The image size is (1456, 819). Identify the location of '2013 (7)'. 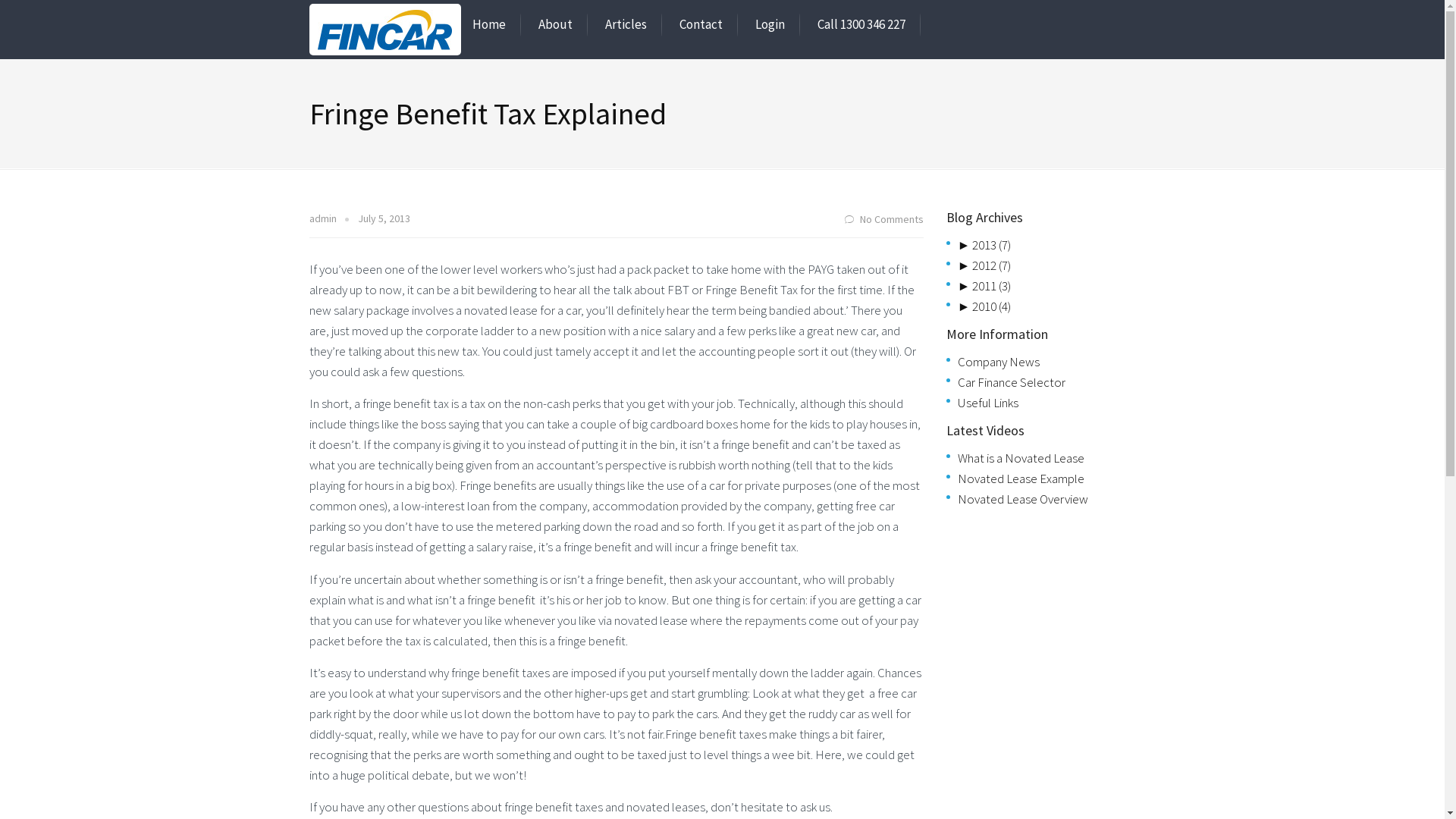
(971, 244).